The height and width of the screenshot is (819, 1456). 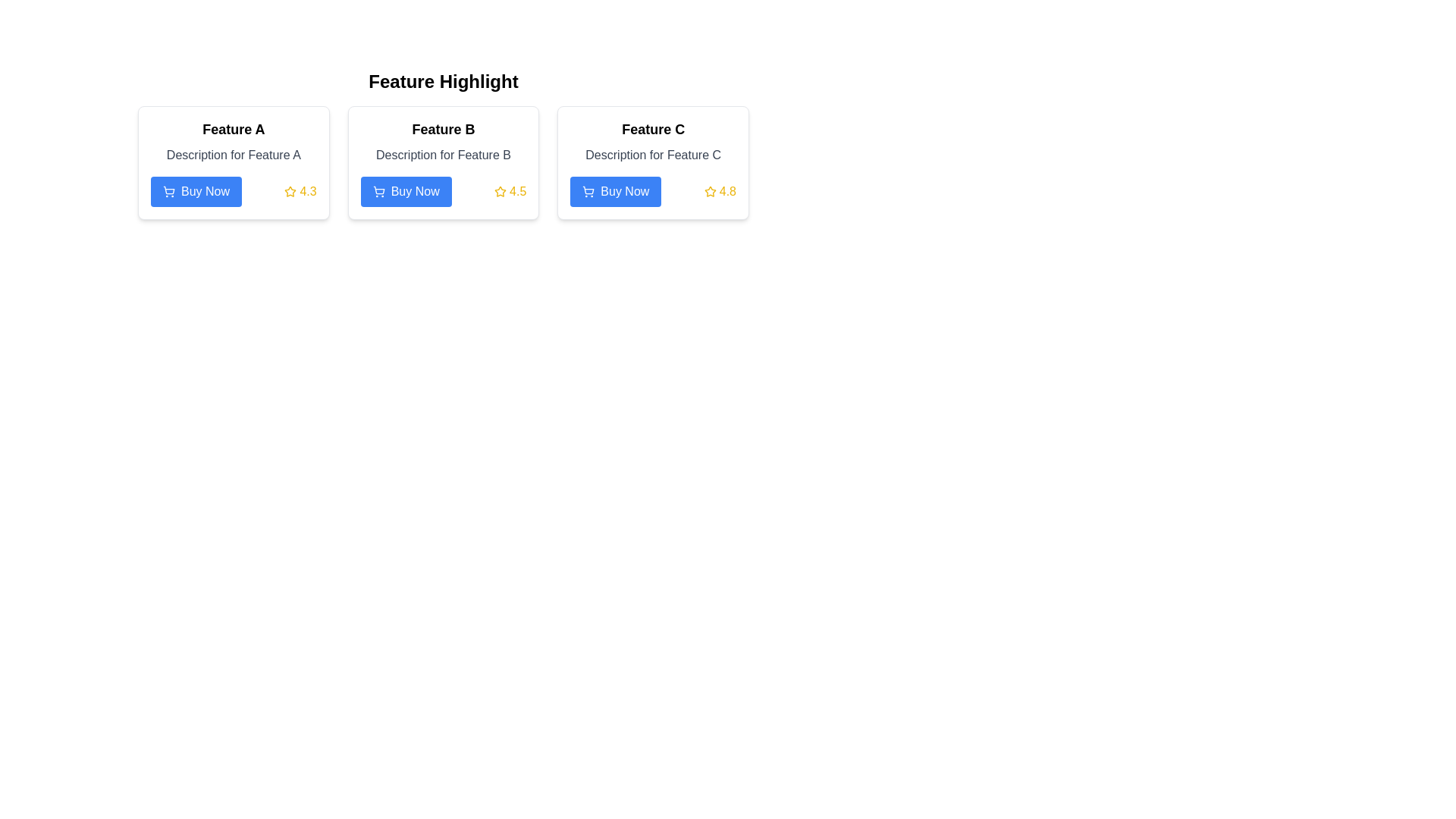 What do you see at coordinates (290, 191) in the screenshot?
I see `the rating represented by the icon located in the 'Feature A' panel, adjacent to the 'Buy Now' button, which displays a star icon and the numerical value '4.3'` at bounding box center [290, 191].